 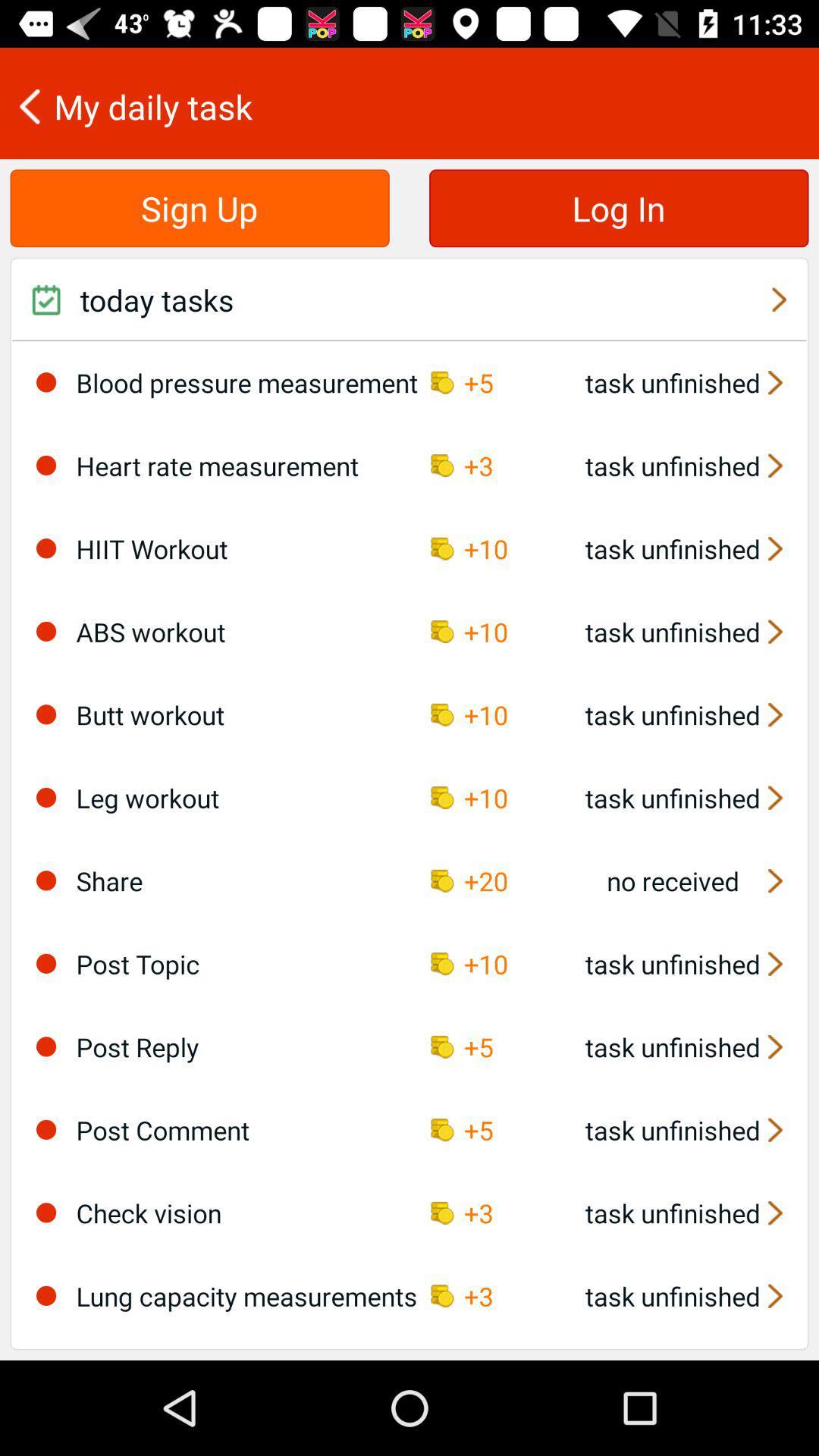 What do you see at coordinates (45, 1294) in the screenshot?
I see `the icon to the left of lung capacity measurements icon` at bounding box center [45, 1294].